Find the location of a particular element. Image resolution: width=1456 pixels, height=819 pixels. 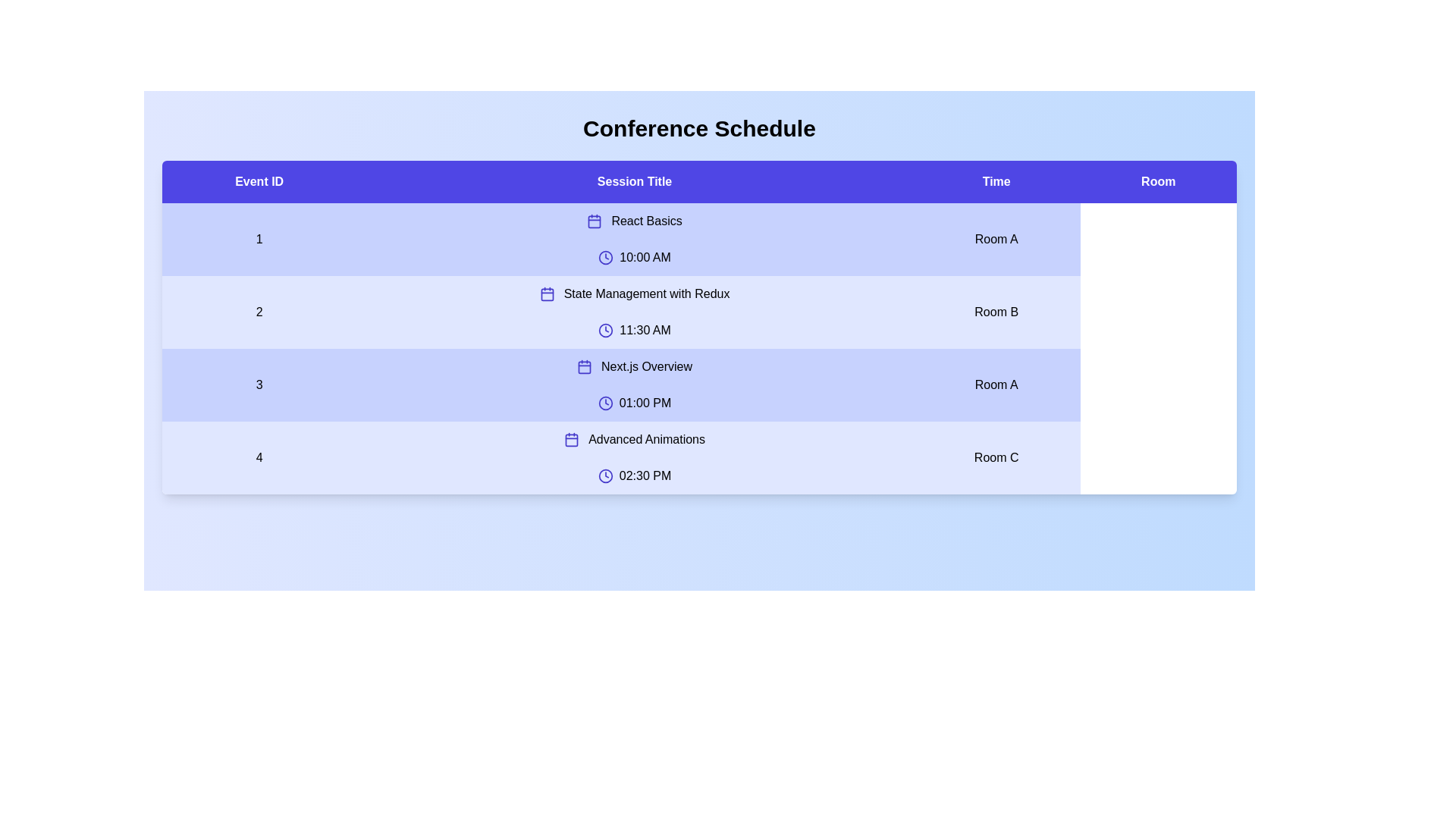

the row corresponding to 1 is located at coordinates (698, 239).